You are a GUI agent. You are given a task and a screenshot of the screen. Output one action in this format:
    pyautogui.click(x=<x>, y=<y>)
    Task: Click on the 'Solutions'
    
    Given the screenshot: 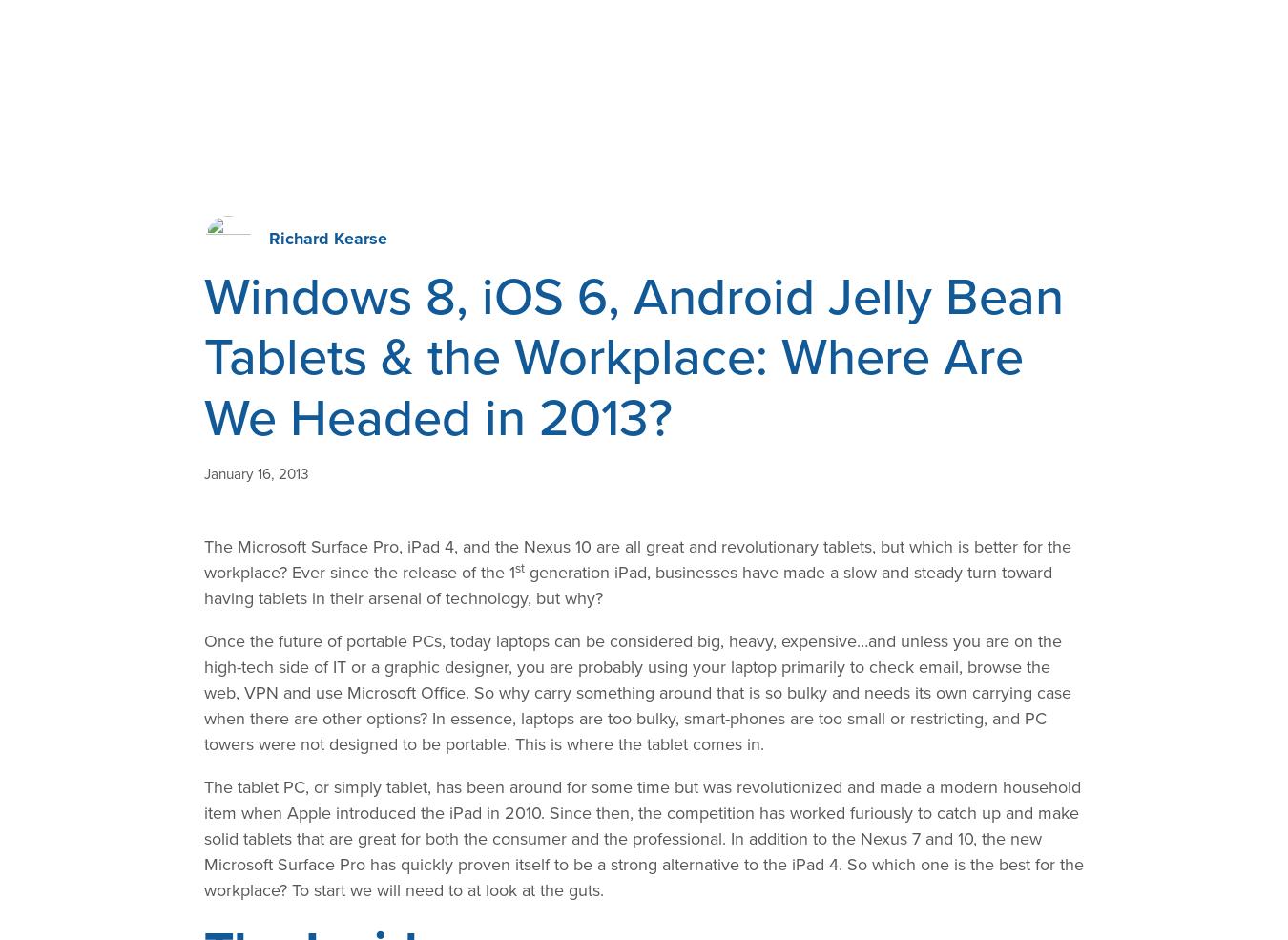 What is the action you would take?
    pyautogui.click(x=368, y=42)
    